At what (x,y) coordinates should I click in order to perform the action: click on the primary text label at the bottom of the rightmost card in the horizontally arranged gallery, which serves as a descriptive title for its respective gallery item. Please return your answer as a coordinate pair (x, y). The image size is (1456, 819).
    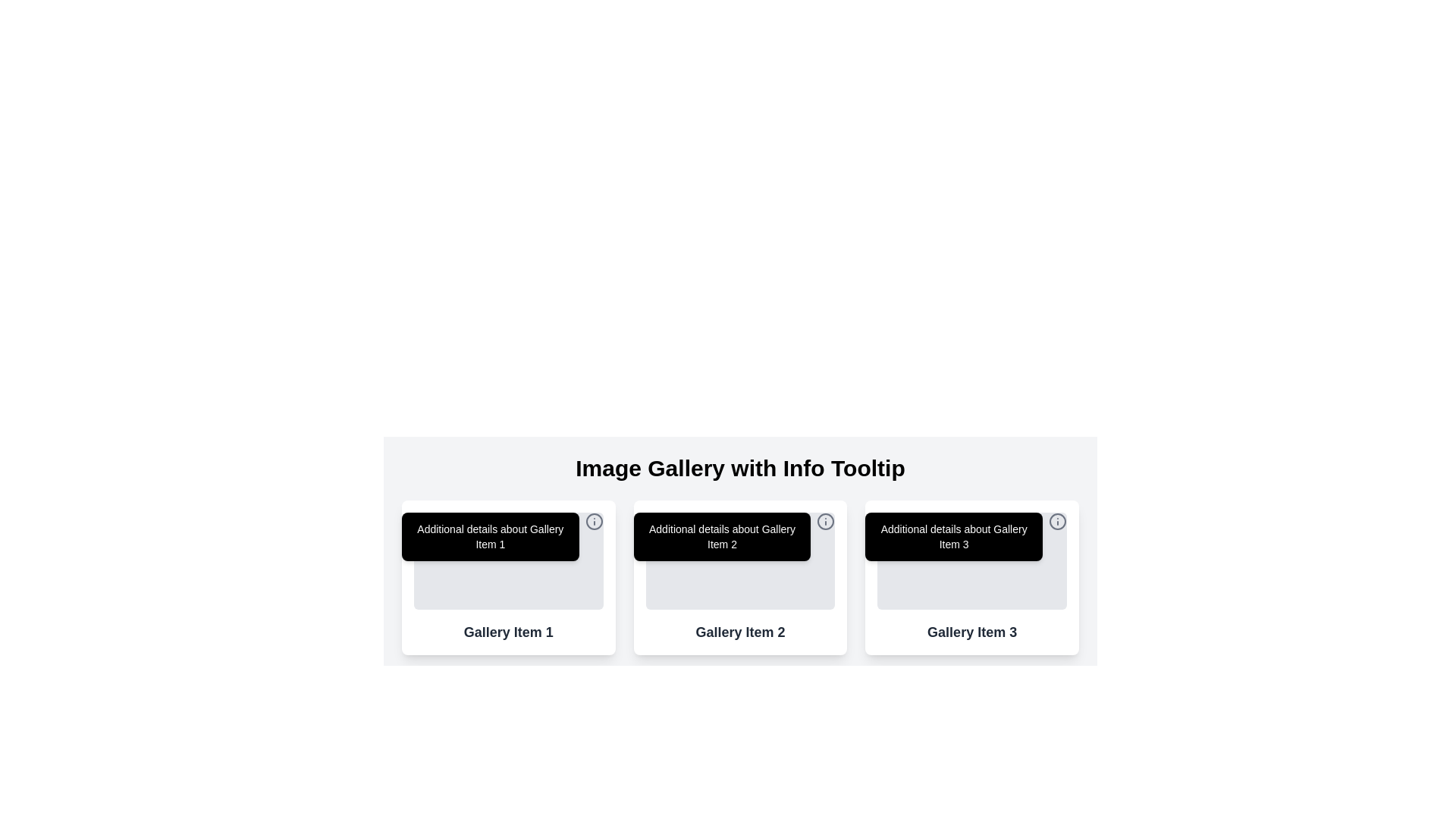
    Looking at the image, I should click on (972, 632).